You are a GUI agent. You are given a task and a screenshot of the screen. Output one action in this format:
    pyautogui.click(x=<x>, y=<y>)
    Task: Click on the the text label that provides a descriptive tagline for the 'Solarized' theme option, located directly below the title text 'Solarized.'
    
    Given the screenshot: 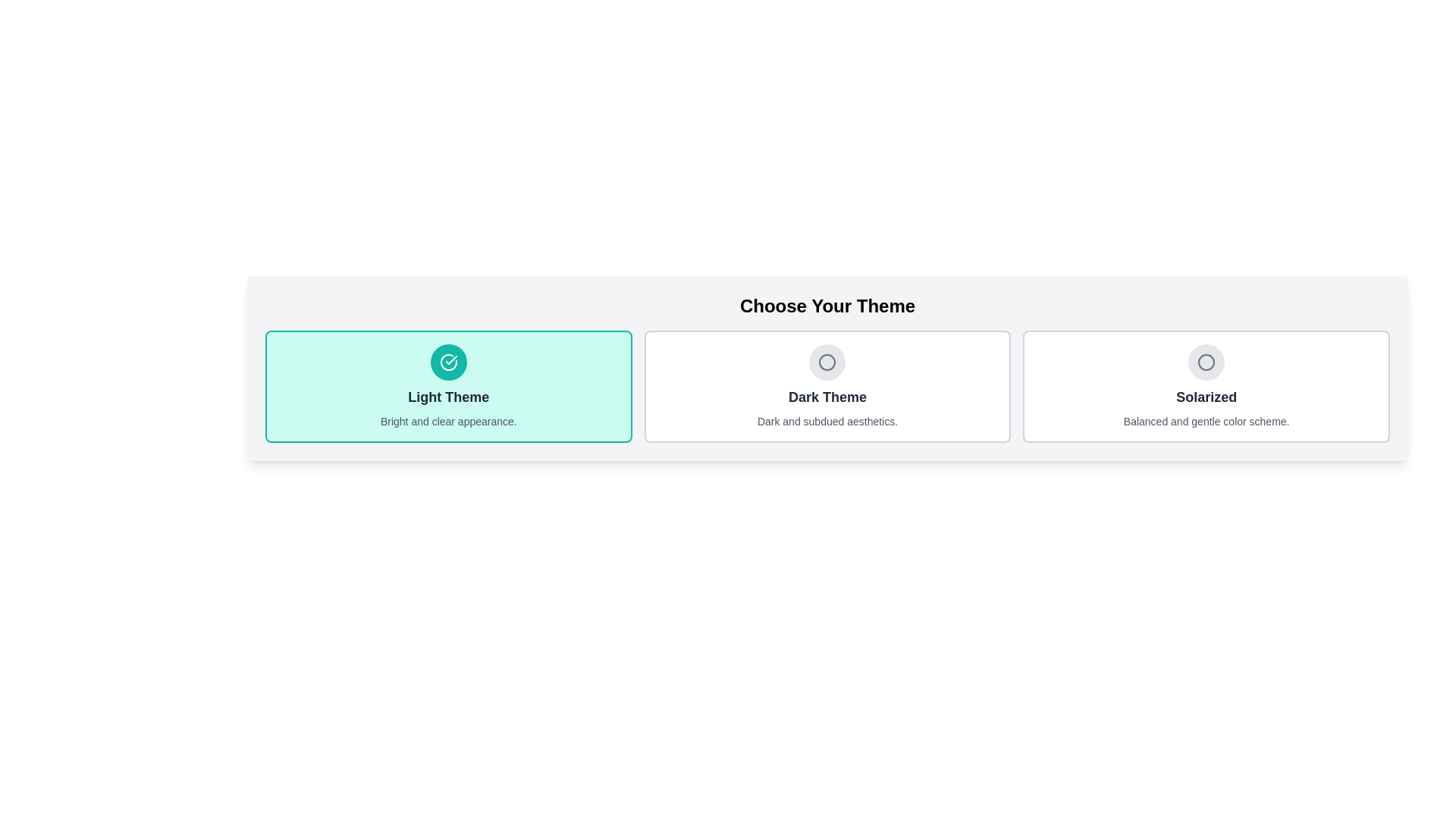 What is the action you would take?
    pyautogui.click(x=1206, y=421)
    